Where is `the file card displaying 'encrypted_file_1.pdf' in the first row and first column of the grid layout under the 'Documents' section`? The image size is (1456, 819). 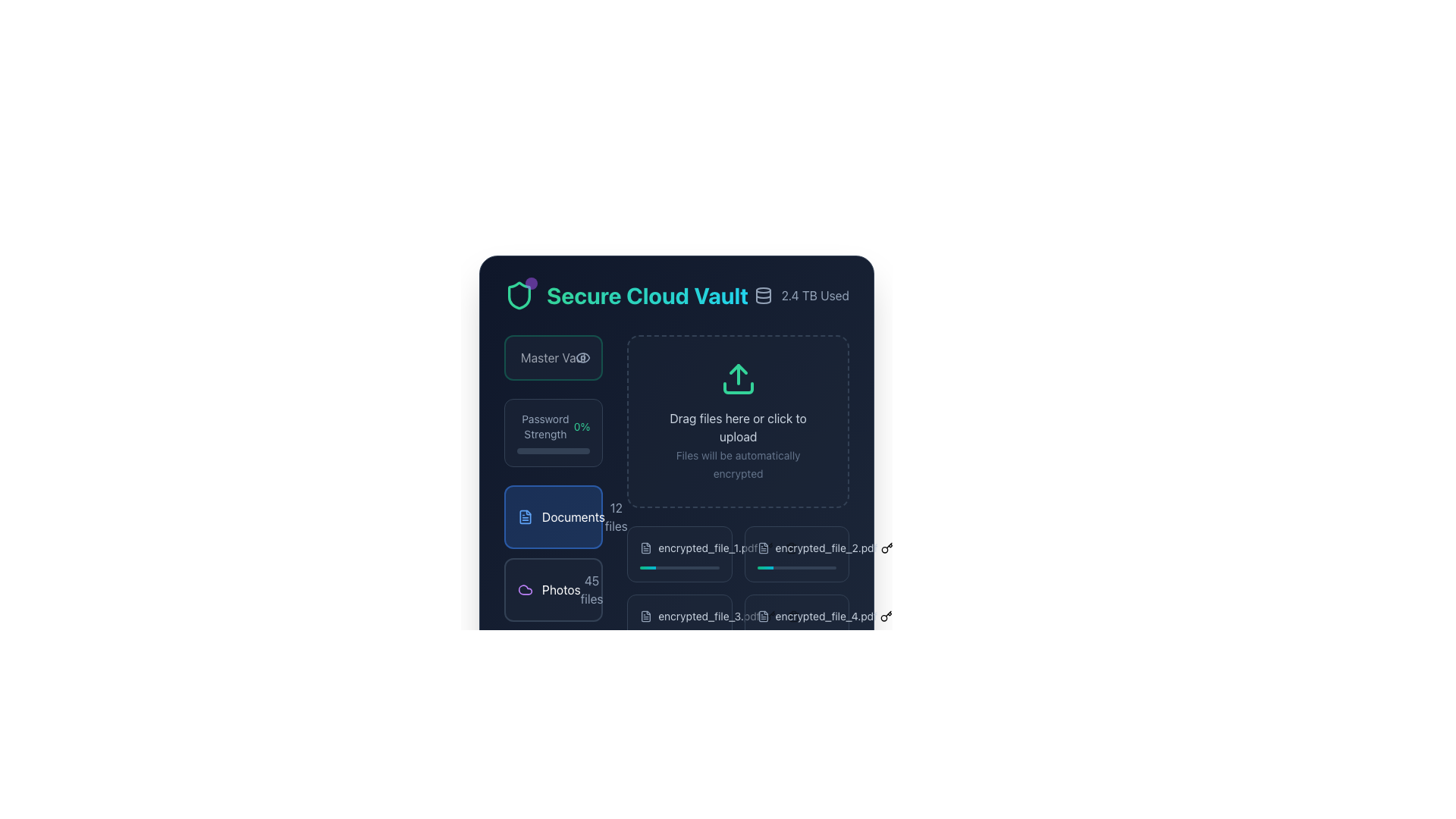 the file card displaying 'encrypted_file_1.pdf' in the first row and first column of the grid layout under the 'Documents' section is located at coordinates (679, 554).